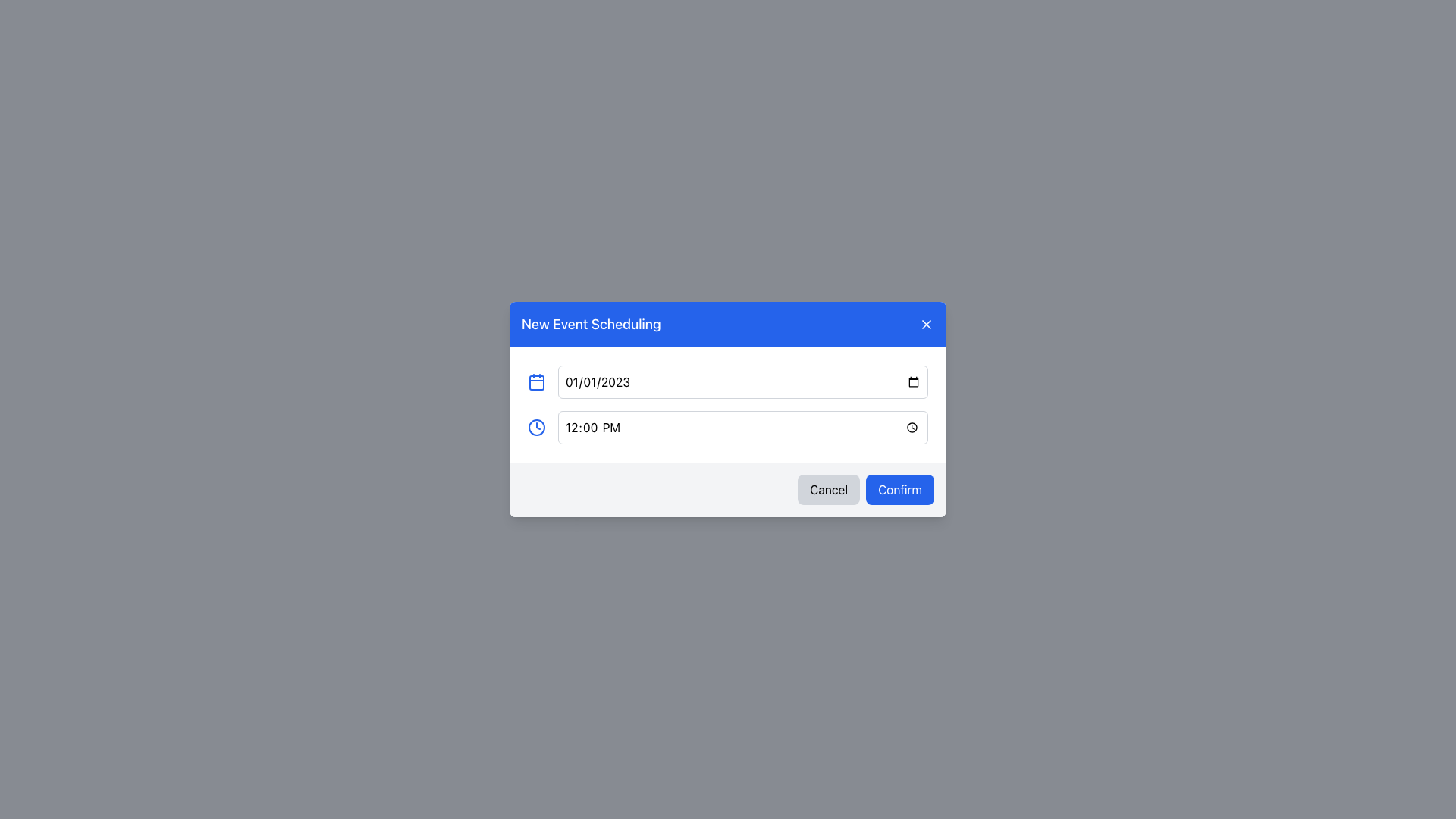 Image resolution: width=1456 pixels, height=819 pixels. I want to click on the 'X' icon button located in the top-right corner of the blue header bar of the modal dialog, so click(926, 324).